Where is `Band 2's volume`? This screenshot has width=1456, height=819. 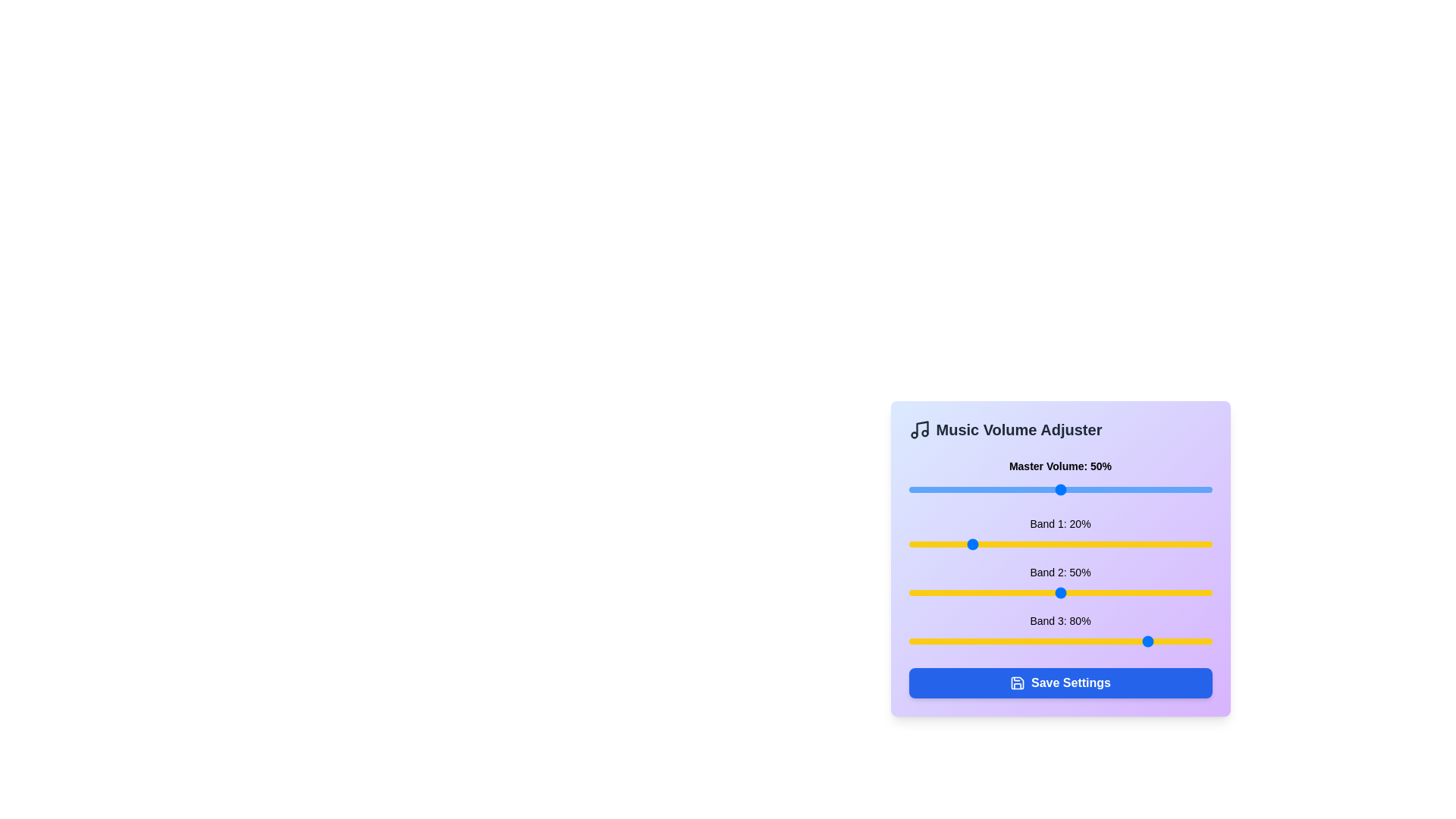 Band 2's volume is located at coordinates (1106, 592).